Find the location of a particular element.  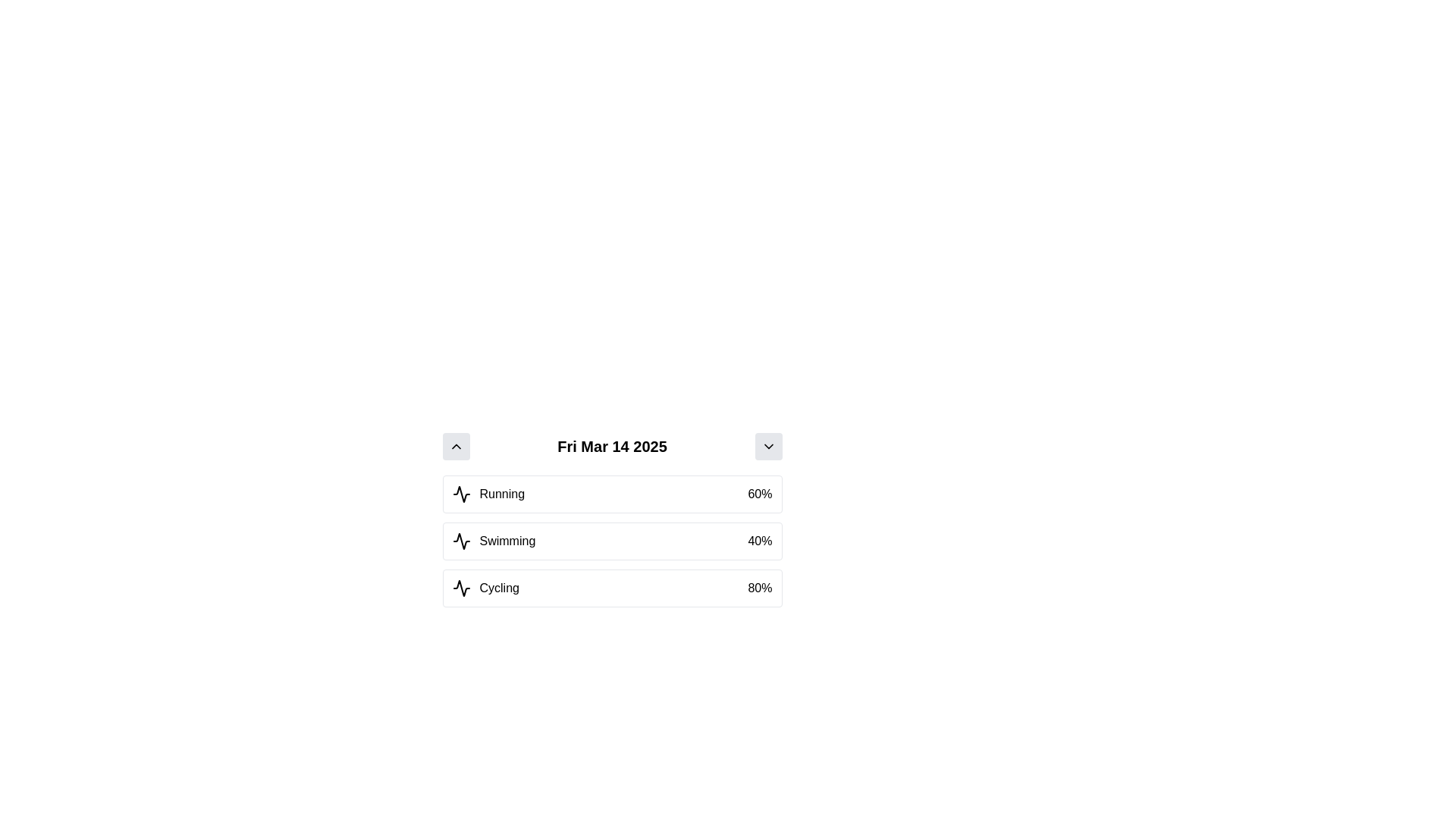

the 'Swimming' text label, which identifies a category in a vertical list of items between 'Running' and 'Cycling' is located at coordinates (507, 540).